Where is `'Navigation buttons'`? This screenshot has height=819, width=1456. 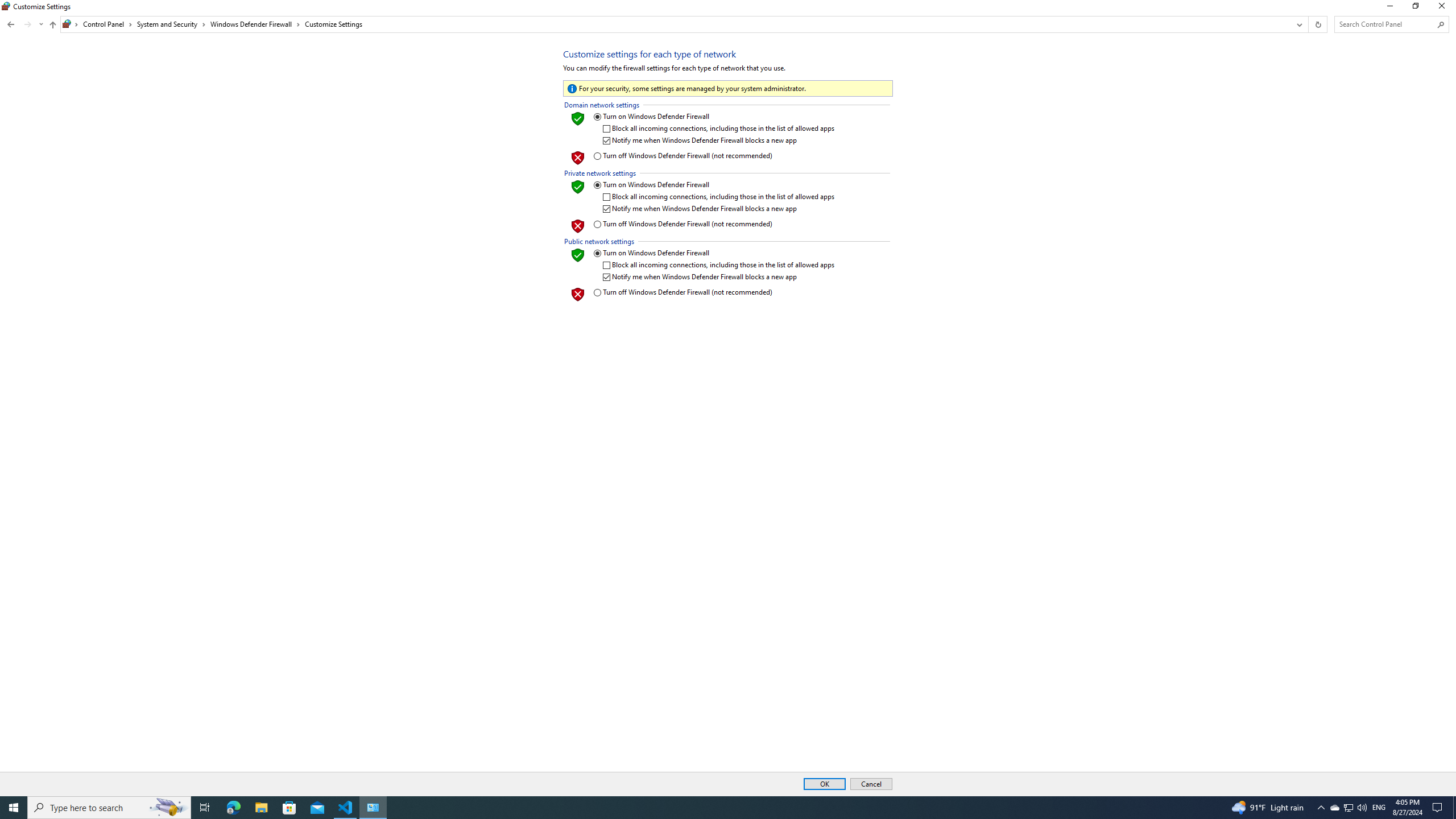 'Navigation buttons' is located at coordinates (24, 24).